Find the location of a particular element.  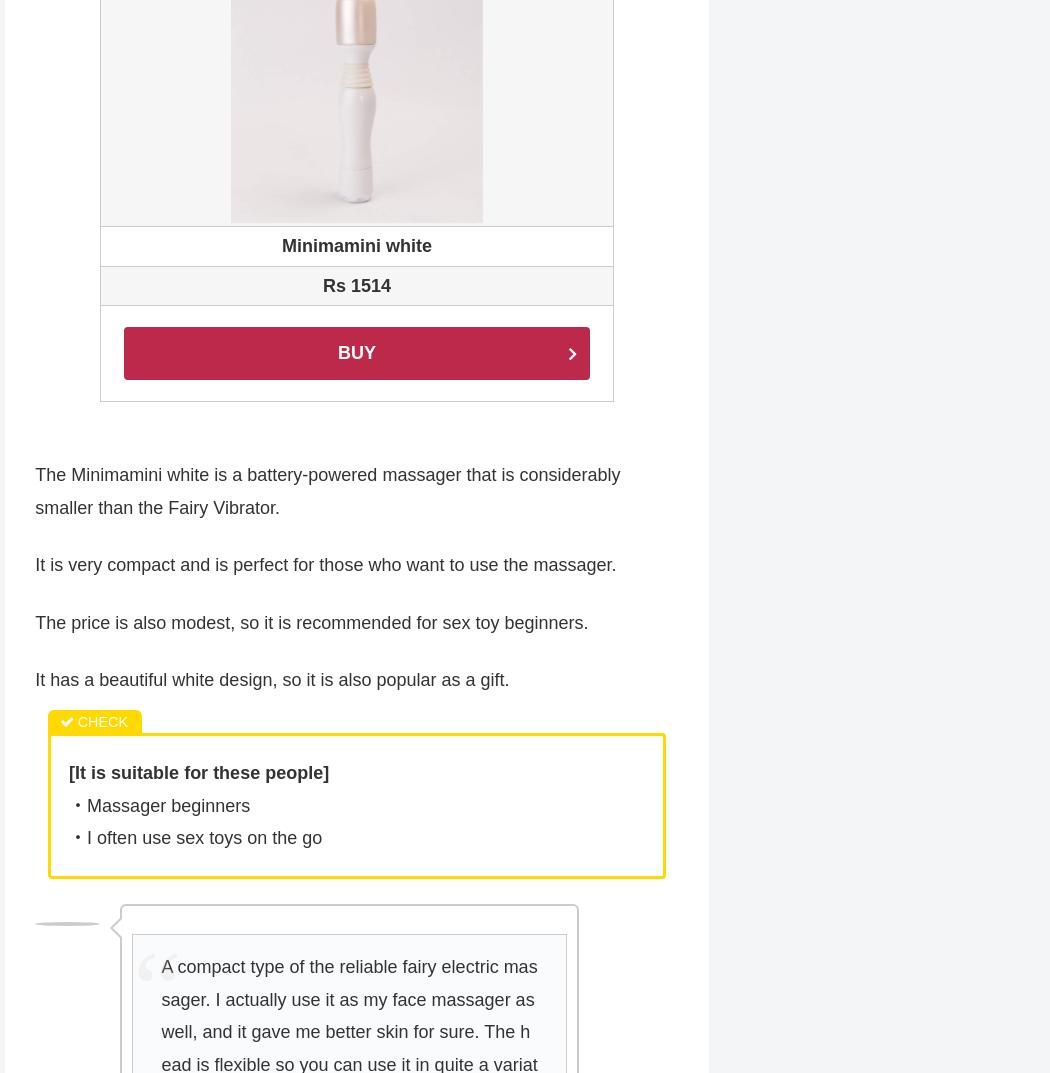

'Rs 1514' is located at coordinates (355, 286).